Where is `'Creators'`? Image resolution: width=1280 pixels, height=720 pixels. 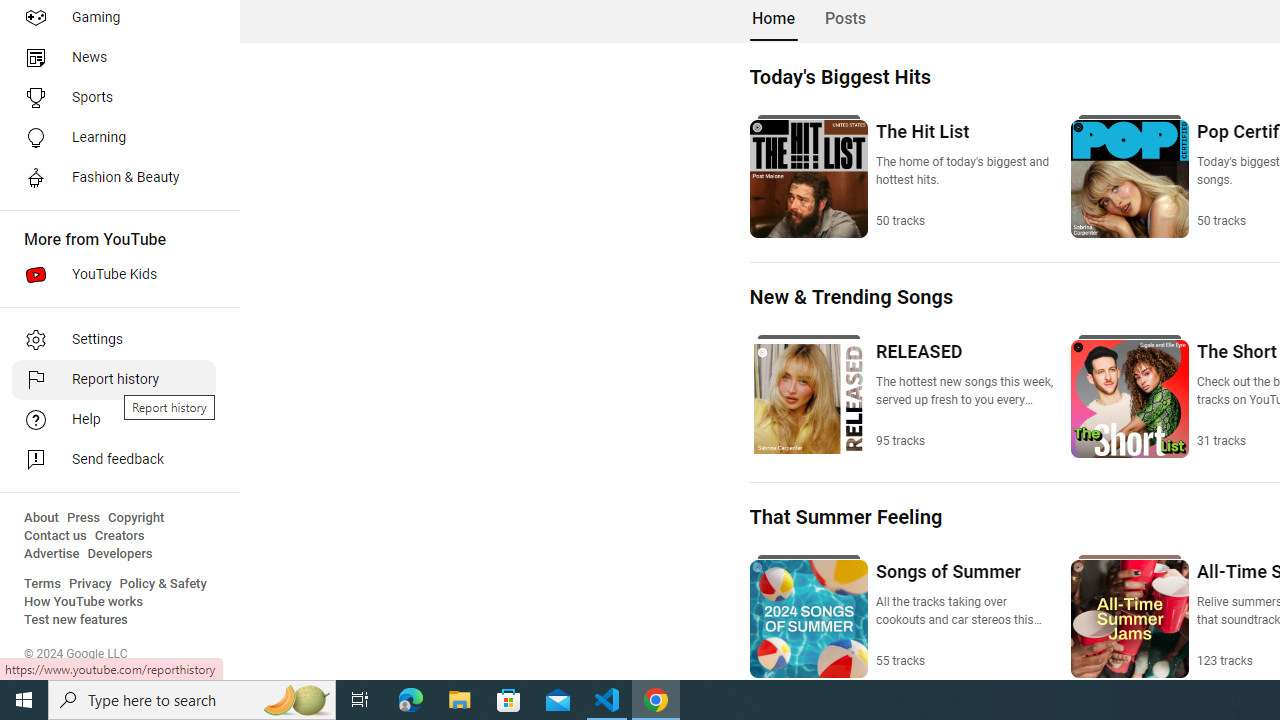 'Creators' is located at coordinates (118, 535).